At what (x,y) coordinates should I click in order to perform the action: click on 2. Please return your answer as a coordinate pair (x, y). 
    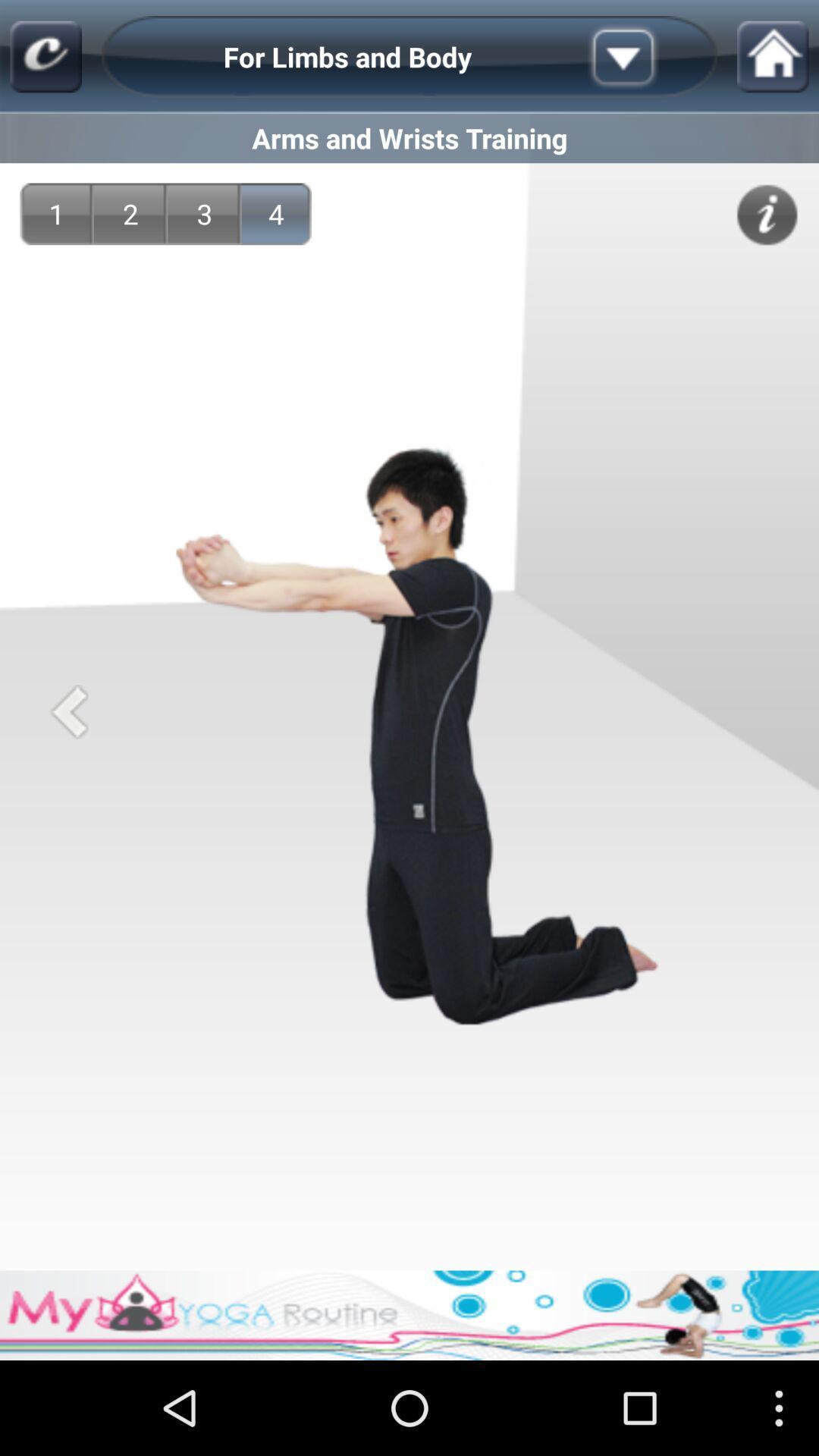
    Looking at the image, I should click on (130, 213).